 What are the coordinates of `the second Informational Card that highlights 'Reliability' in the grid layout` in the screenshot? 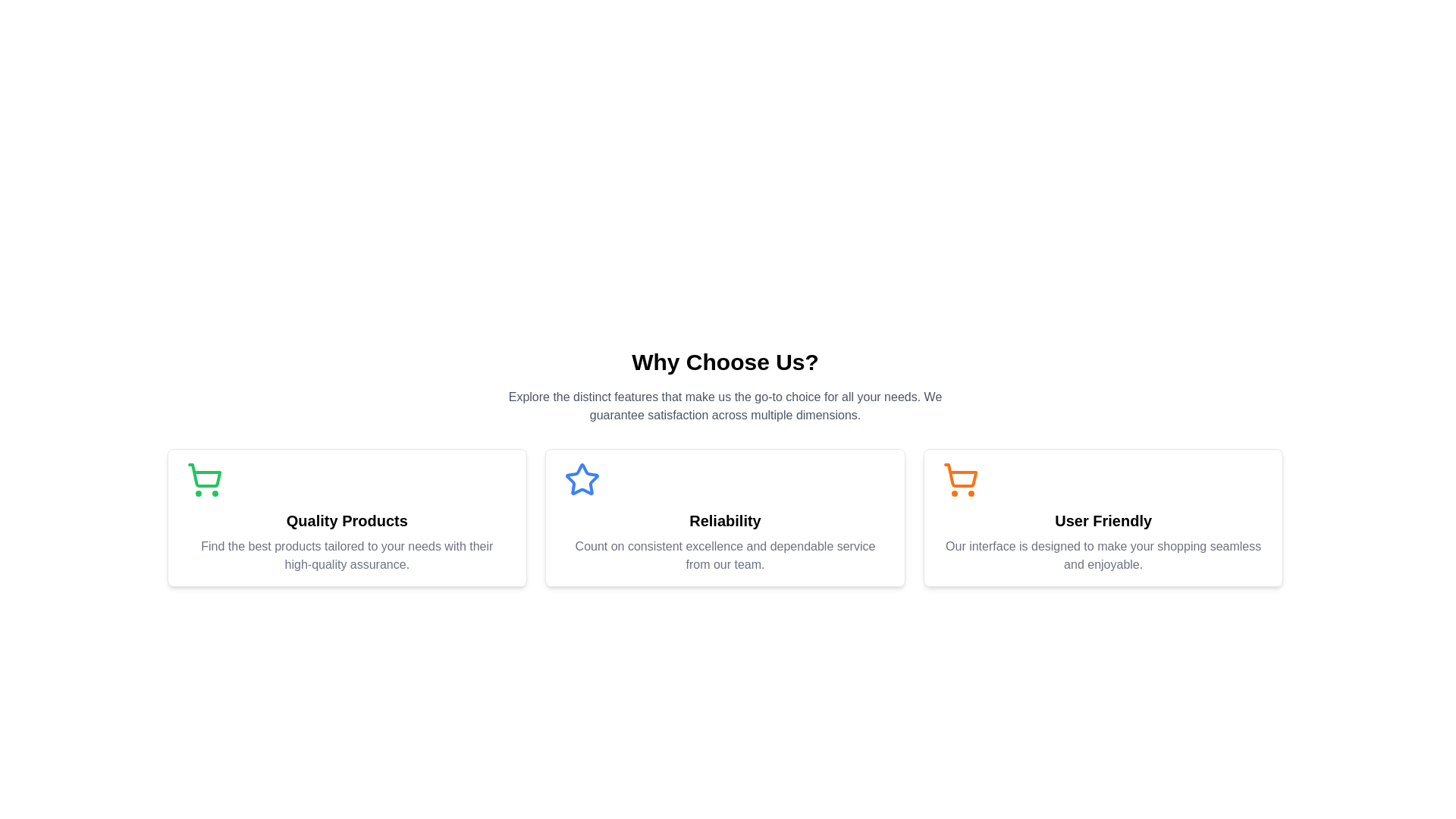 It's located at (724, 516).